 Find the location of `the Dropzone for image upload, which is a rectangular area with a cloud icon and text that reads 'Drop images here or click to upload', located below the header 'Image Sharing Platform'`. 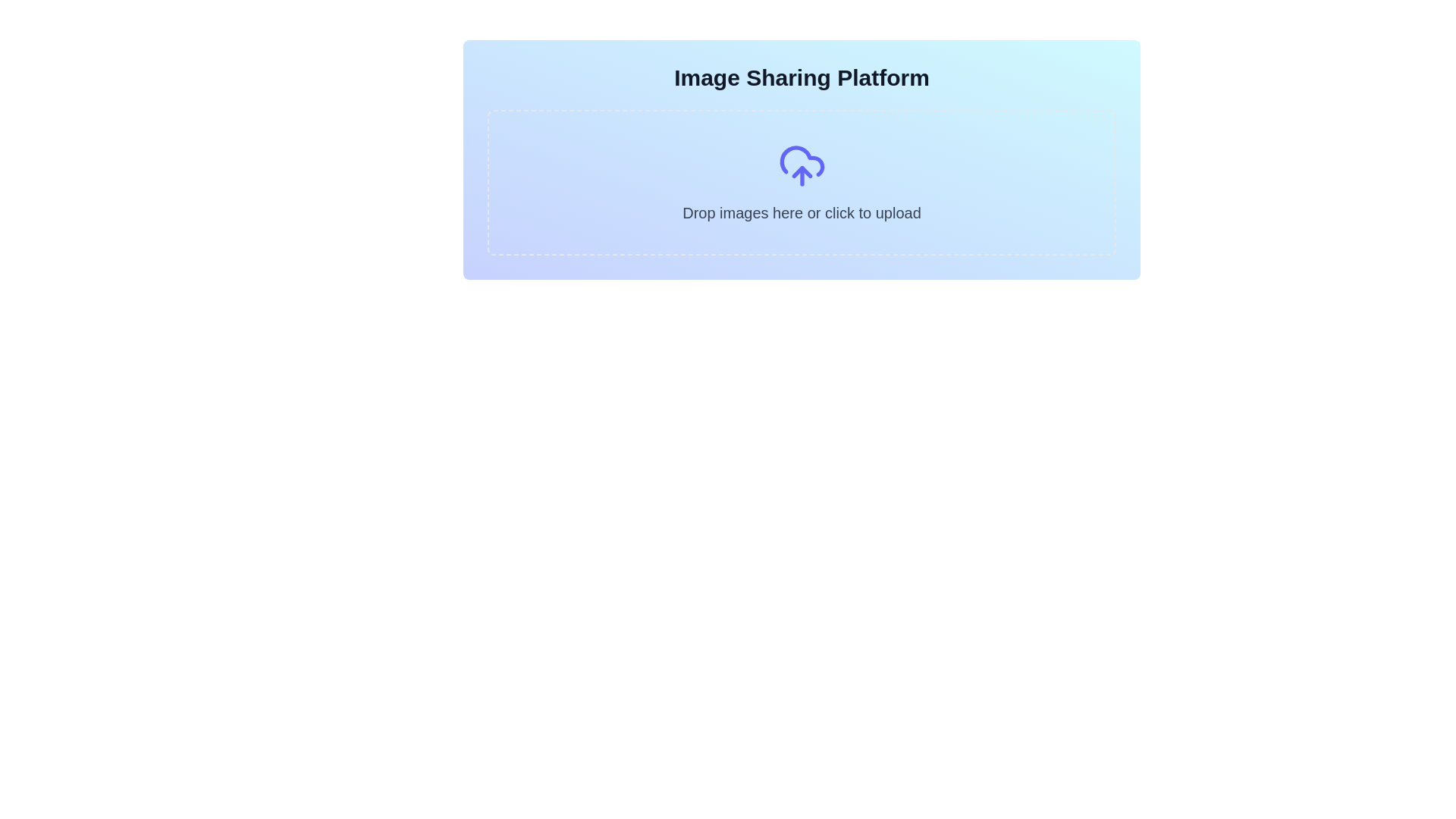

the Dropzone for image upload, which is a rectangular area with a cloud icon and text that reads 'Drop images here or click to upload', located below the header 'Image Sharing Platform' is located at coordinates (801, 181).